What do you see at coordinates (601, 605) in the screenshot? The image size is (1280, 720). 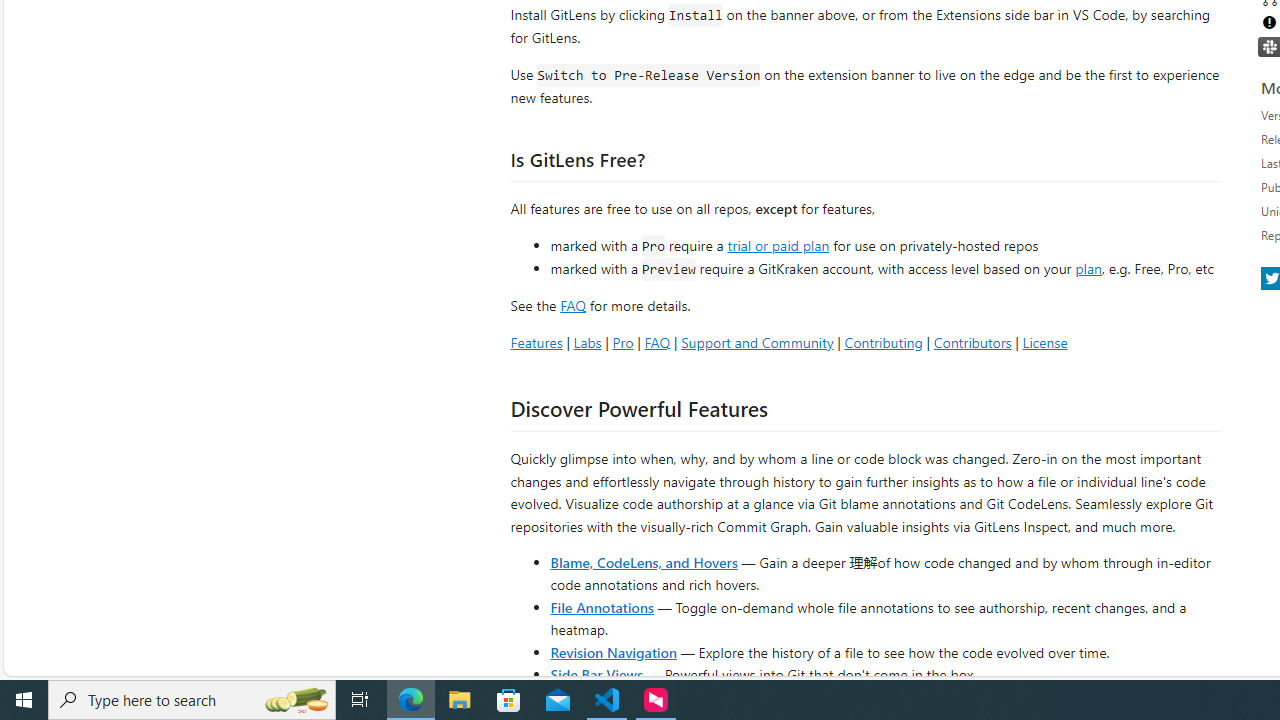 I see `'File Annotations'` at bounding box center [601, 605].